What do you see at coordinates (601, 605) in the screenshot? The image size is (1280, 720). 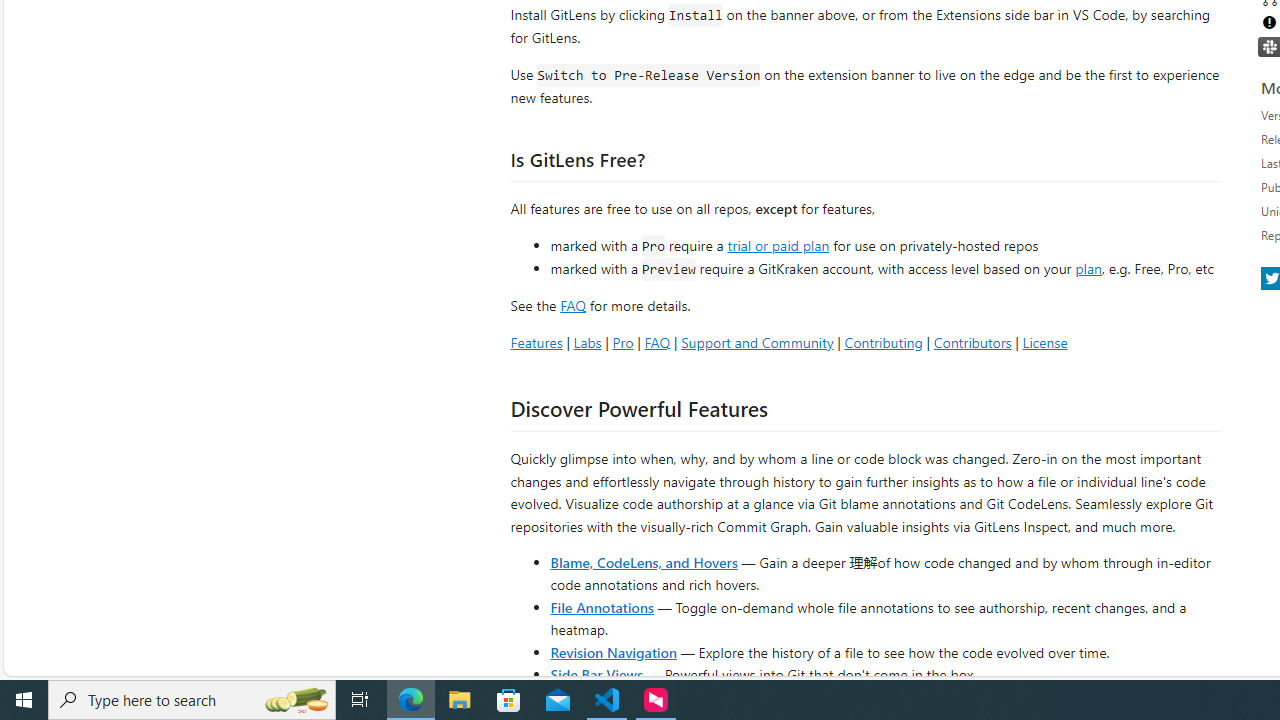 I see `'File Annotations'` at bounding box center [601, 605].